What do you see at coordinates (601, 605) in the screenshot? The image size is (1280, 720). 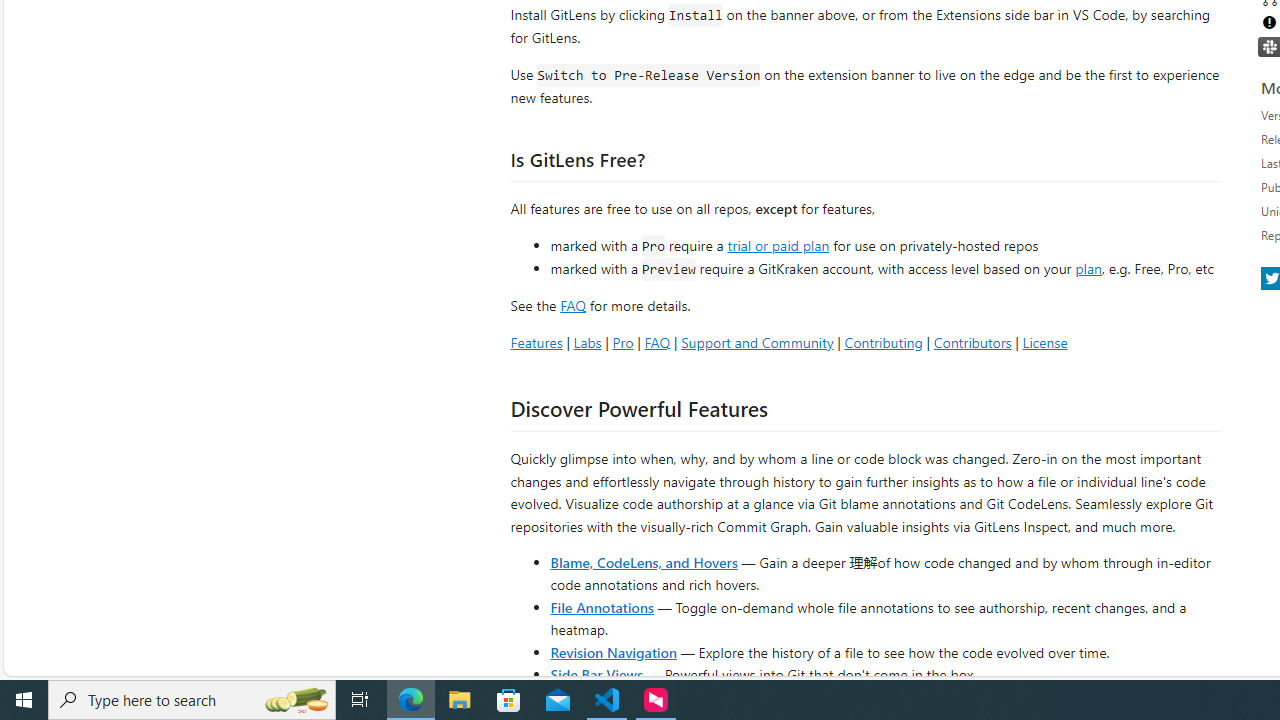 I see `'File Annotations'` at bounding box center [601, 605].